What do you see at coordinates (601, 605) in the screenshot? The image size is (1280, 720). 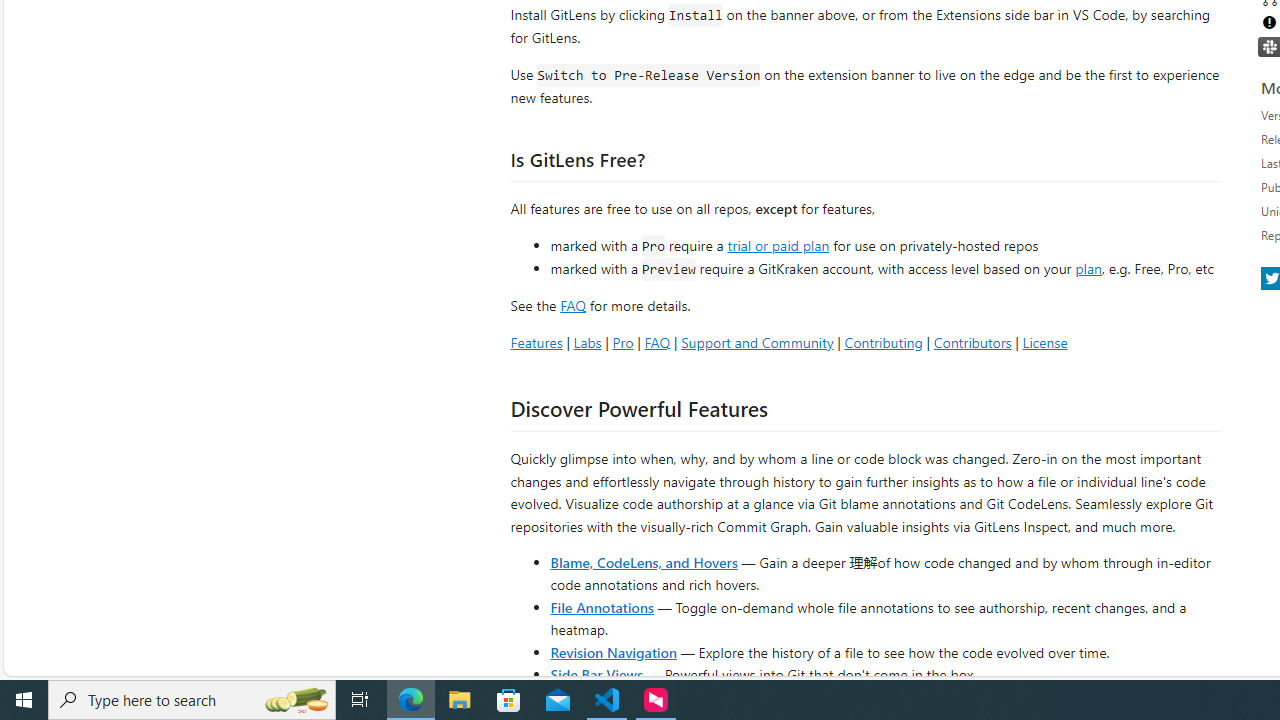 I see `'File Annotations'` at bounding box center [601, 605].